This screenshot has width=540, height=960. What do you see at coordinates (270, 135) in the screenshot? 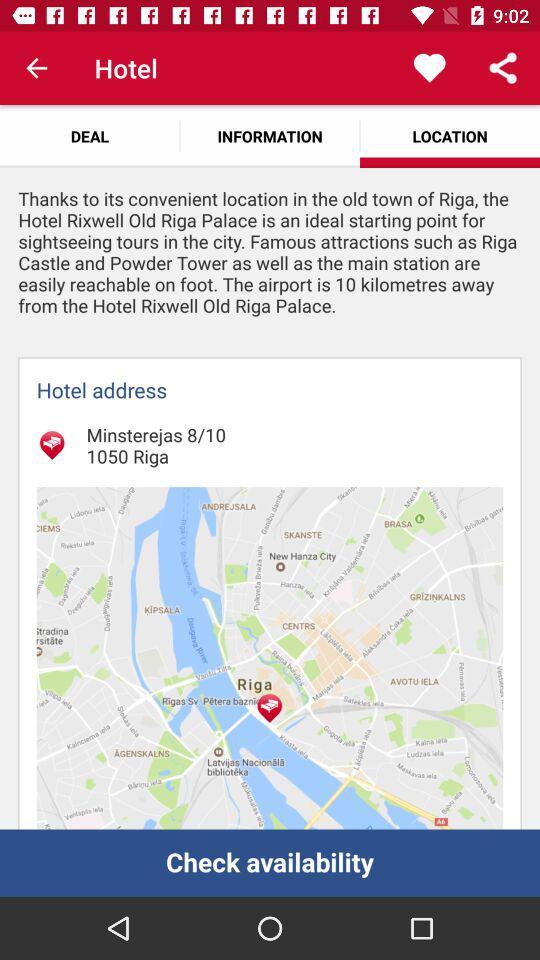
I see `icon next to the location icon` at bounding box center [270, 135].